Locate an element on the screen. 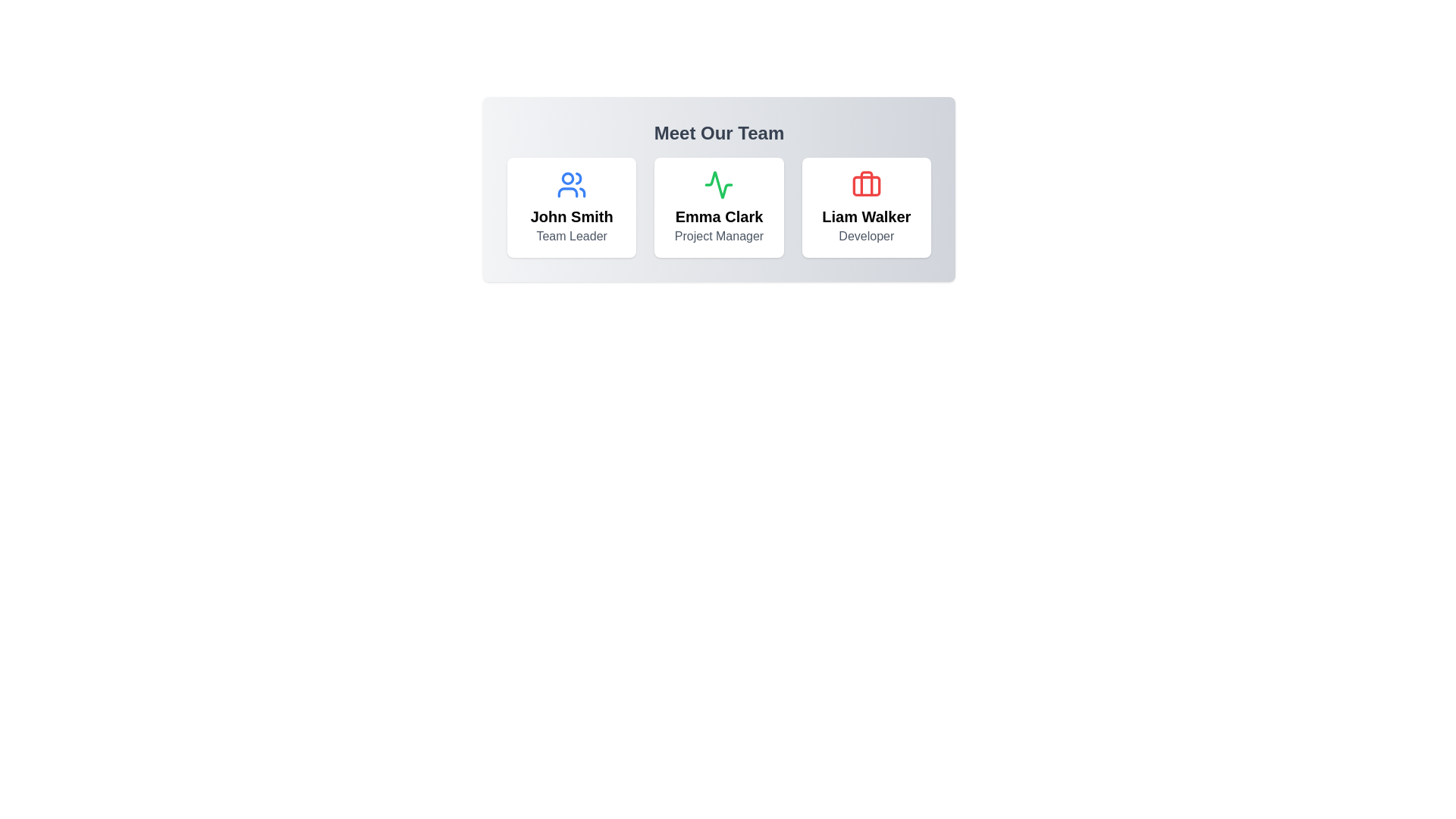  the second profile card for 'Emma Clark', which is located in the 'Meet Our Team' section is located at coordinates (718, 207).